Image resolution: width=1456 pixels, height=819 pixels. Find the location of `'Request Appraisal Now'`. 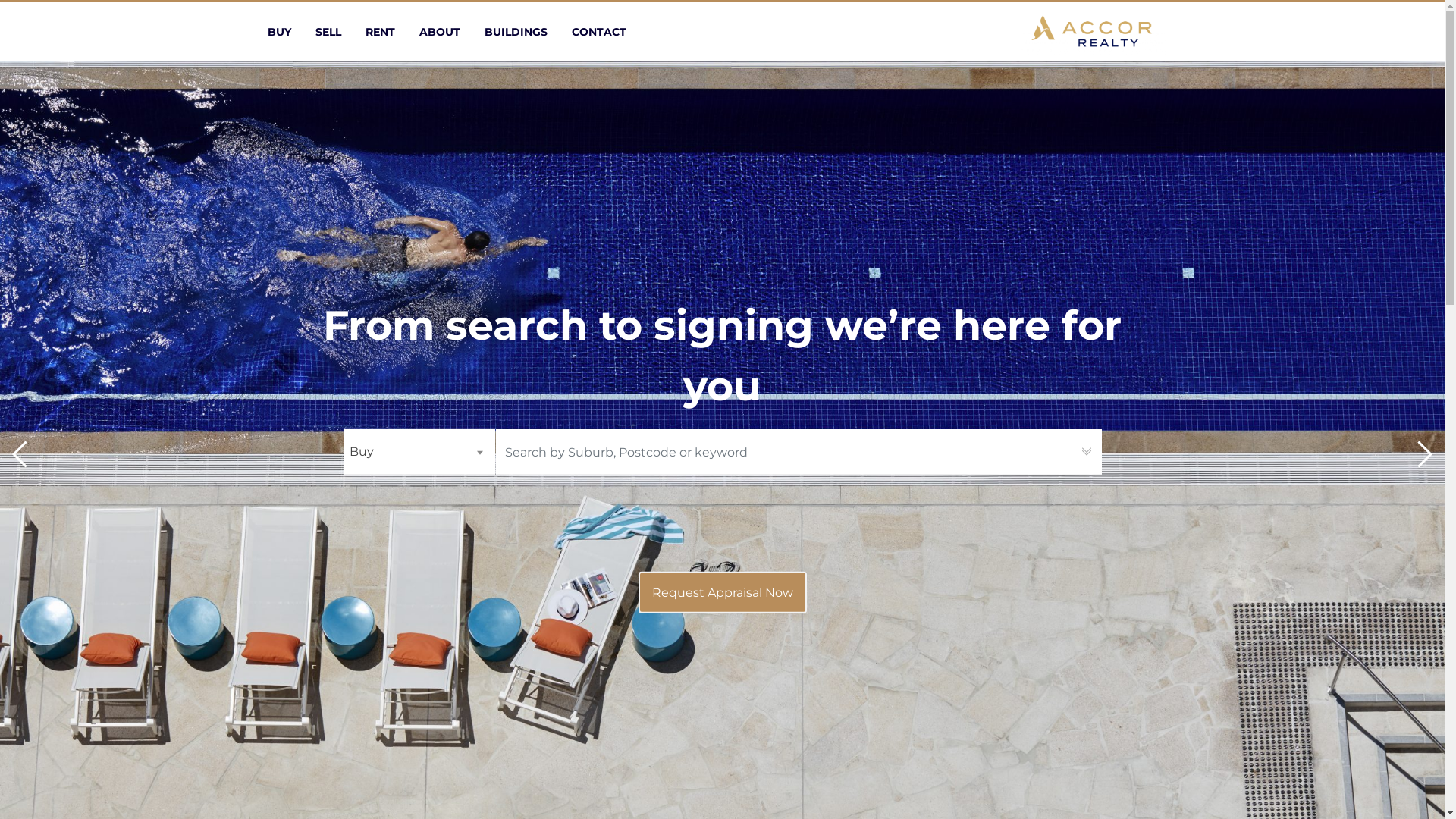

'Request Appraisal Now' is located at coordinates (722, 591).